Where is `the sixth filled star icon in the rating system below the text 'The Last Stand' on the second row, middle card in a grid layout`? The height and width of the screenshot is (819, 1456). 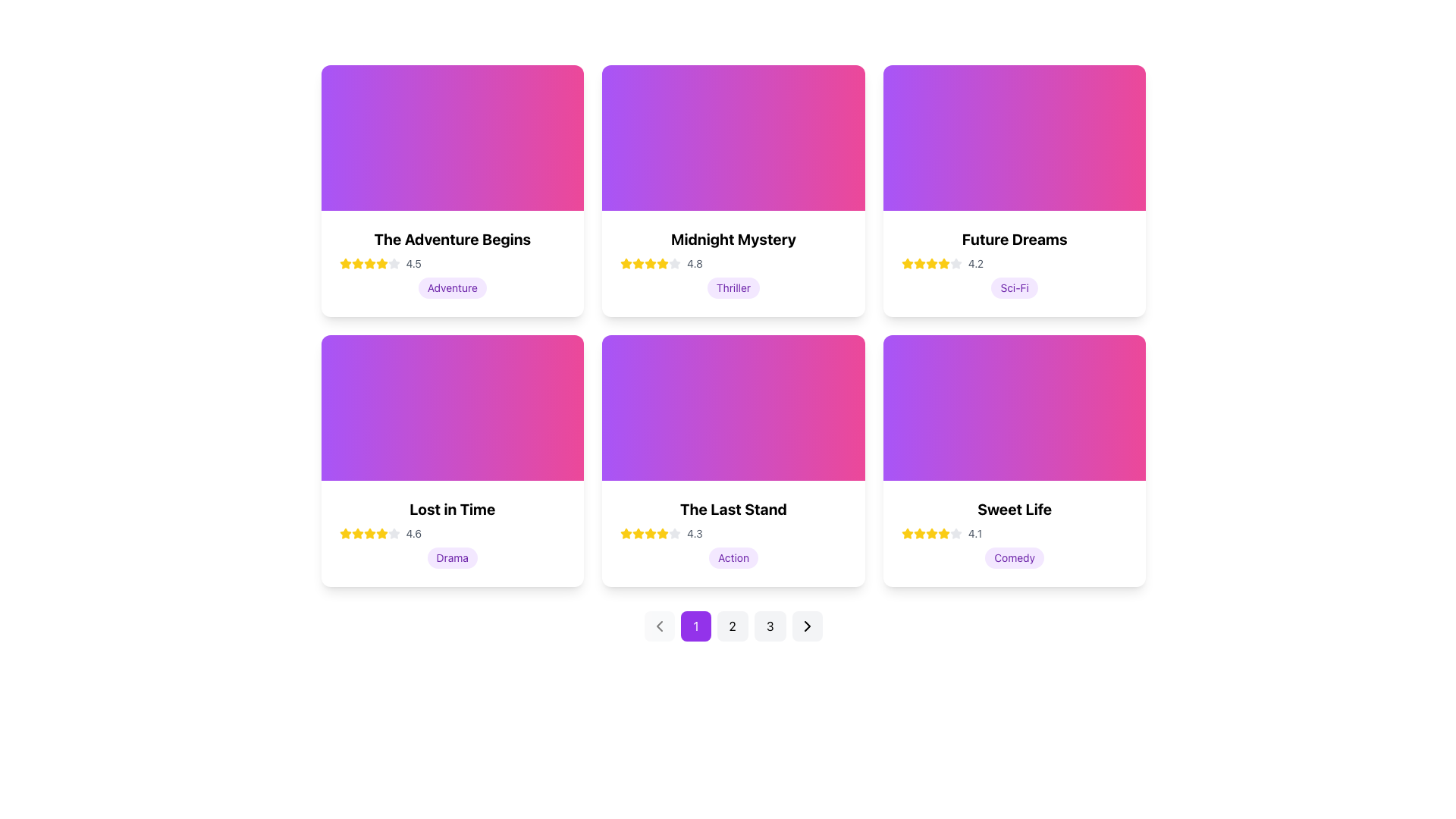 the sixth filled star icon in the rating system below the text 'The Last Stand' on the second row, middle card in a grid layout is located at coordinates (663, 533).